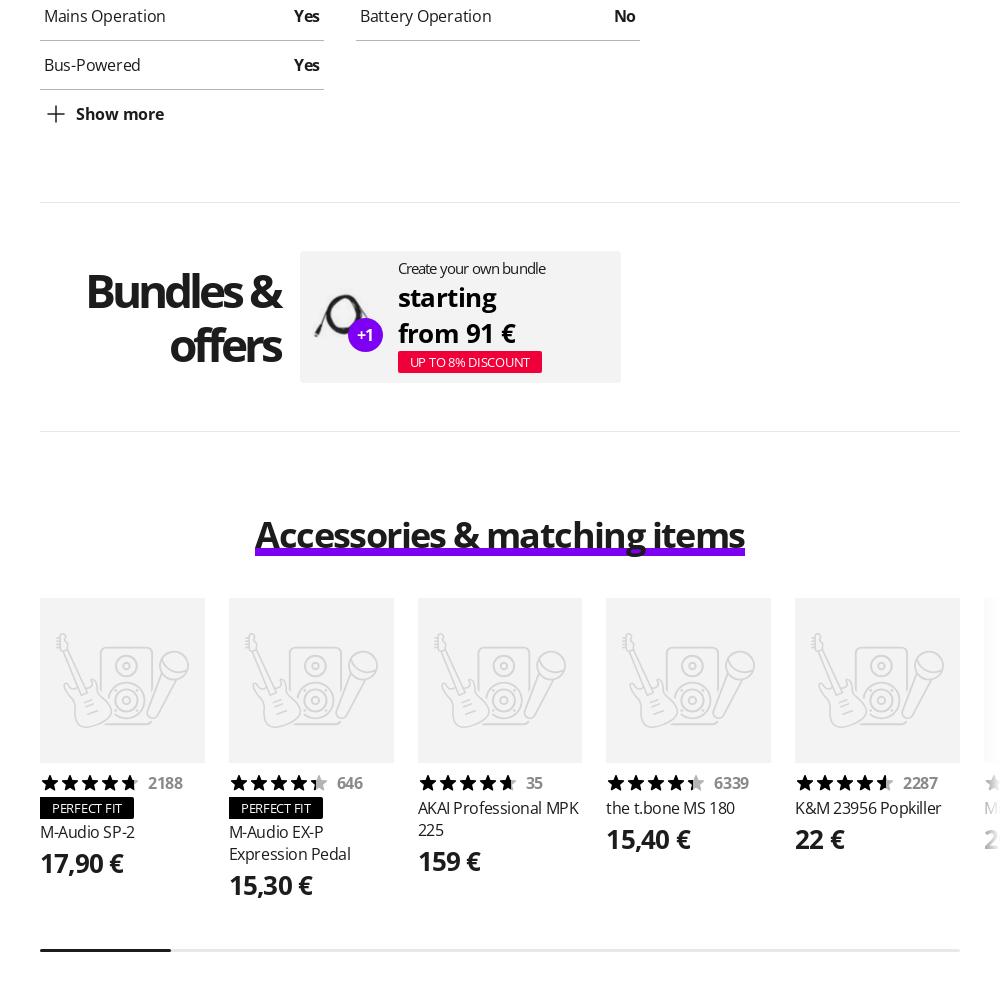 This screenshot has height=981, width=1000. What do you see at coordinates (813, 807) in the screenshot?
I see `'K&M'` at bounding box center [813, 807].